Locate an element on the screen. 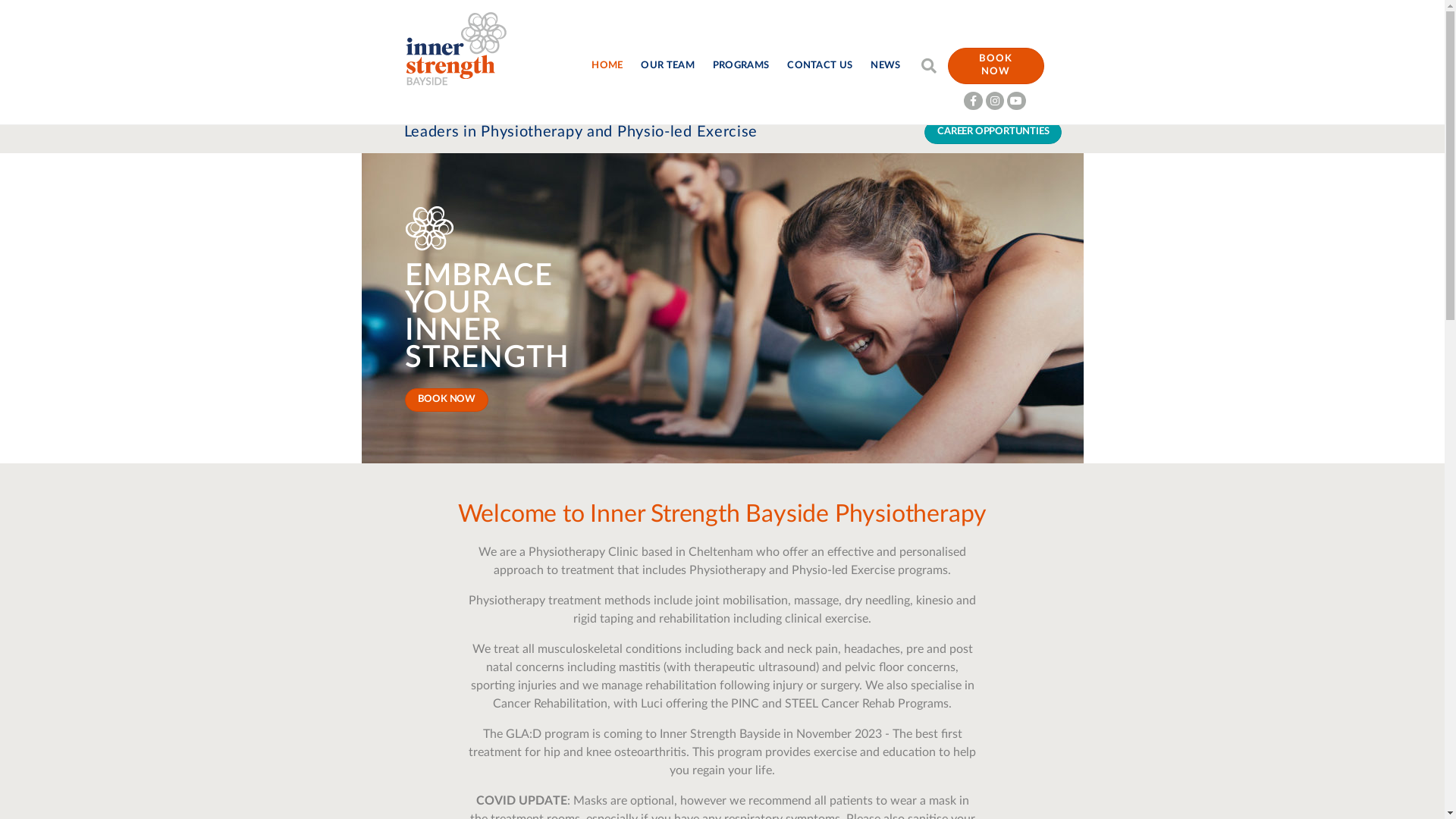  'BOOK NOW' is located at coordinates (996, 65).